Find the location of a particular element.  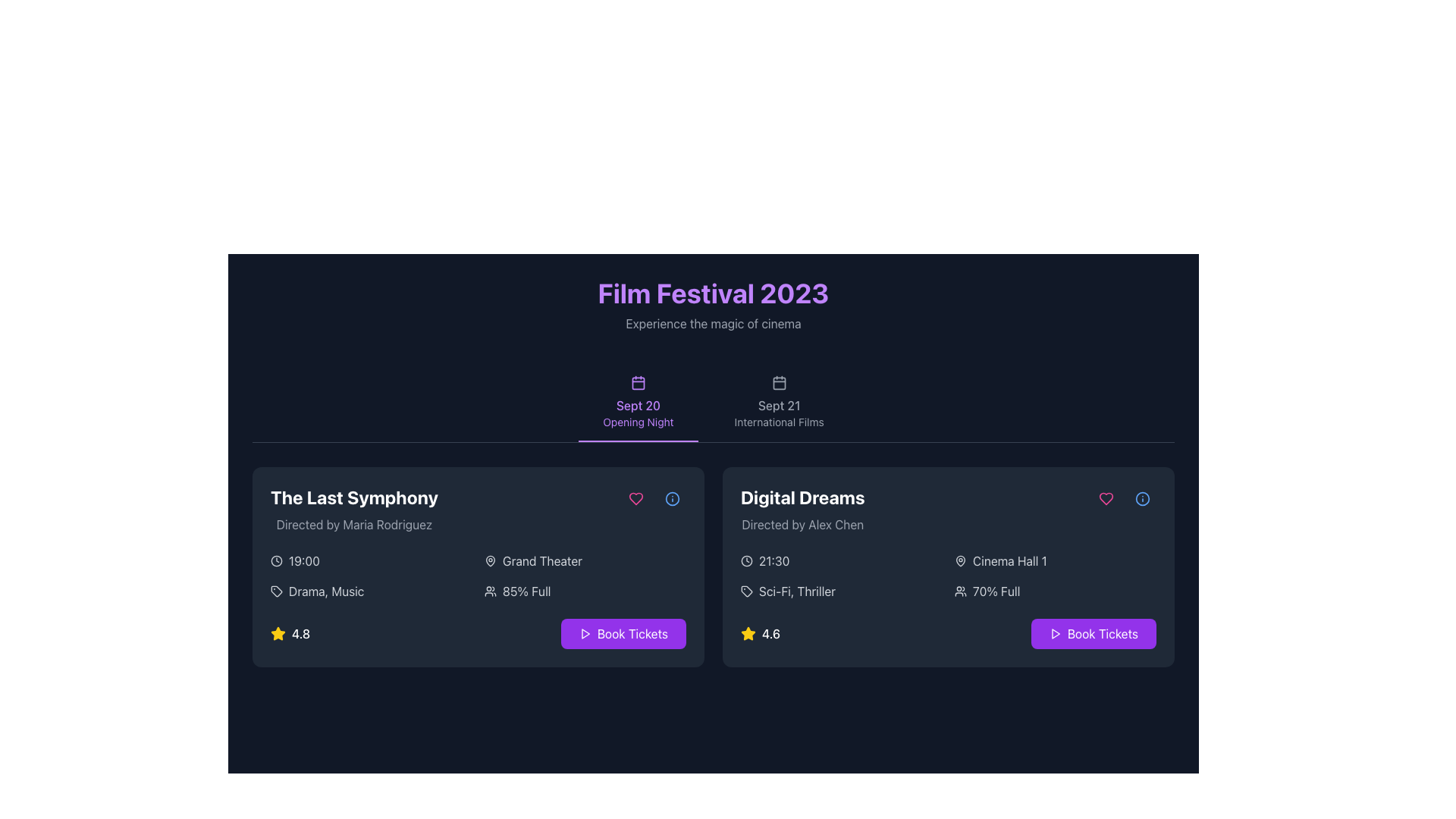

the decorative icon representing the genre or category of the movie 'Digital Dreams', located near the text 'Sci-Fi, Thriller' in the metadata section is located at coordinates (746, 590).